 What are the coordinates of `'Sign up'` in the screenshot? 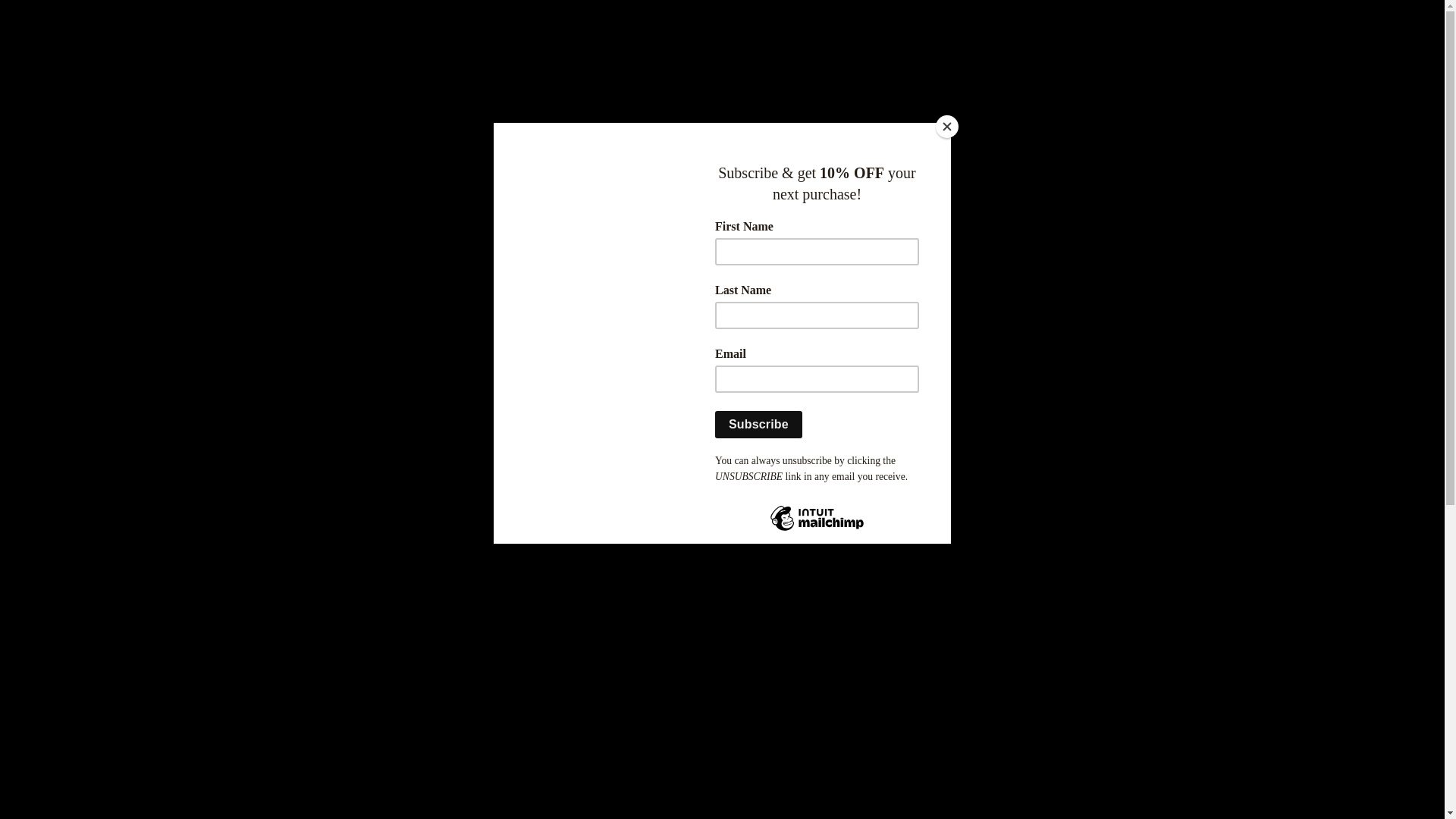 It's located at (734, 69).